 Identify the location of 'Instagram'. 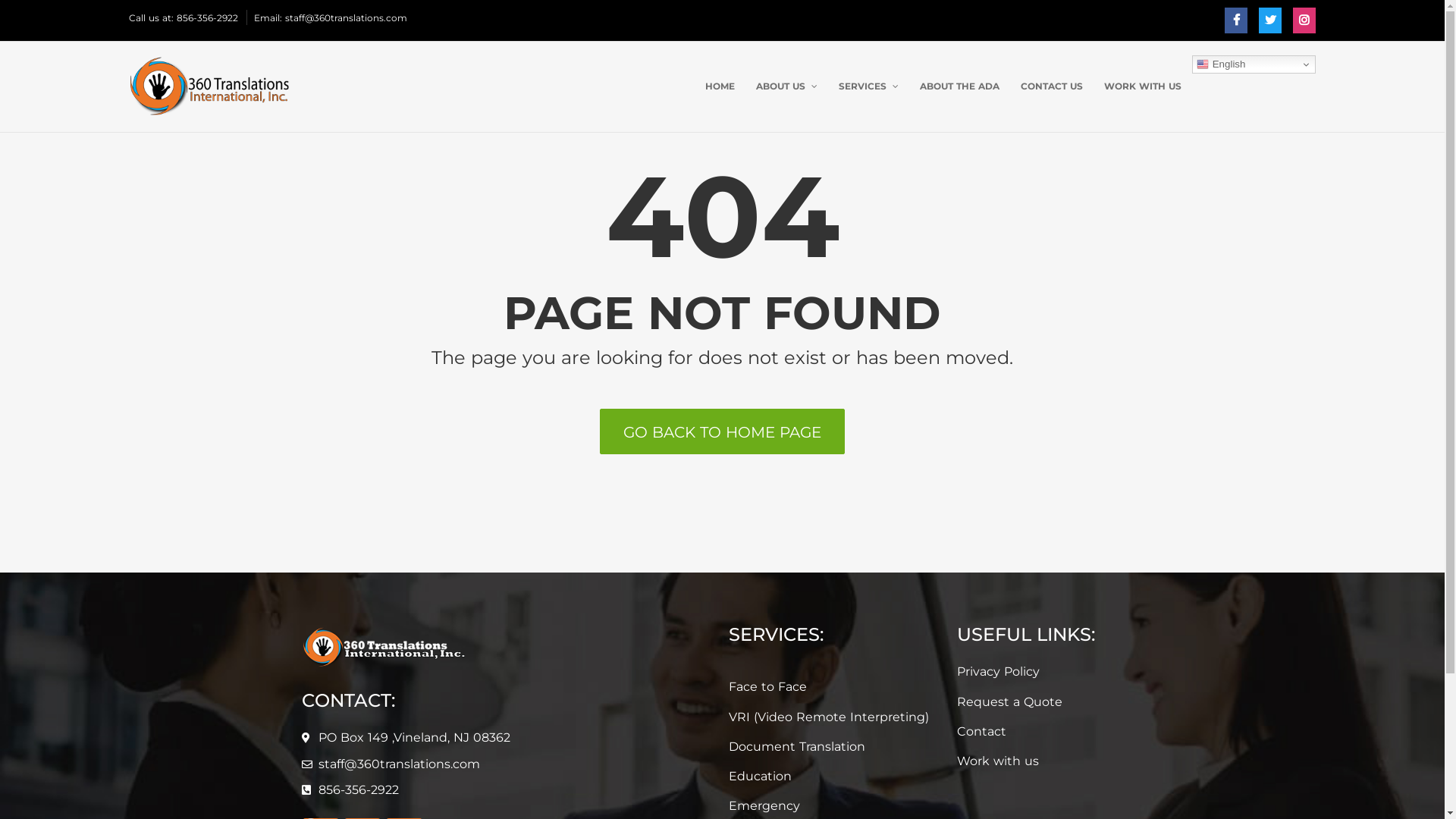
(1303, 20).